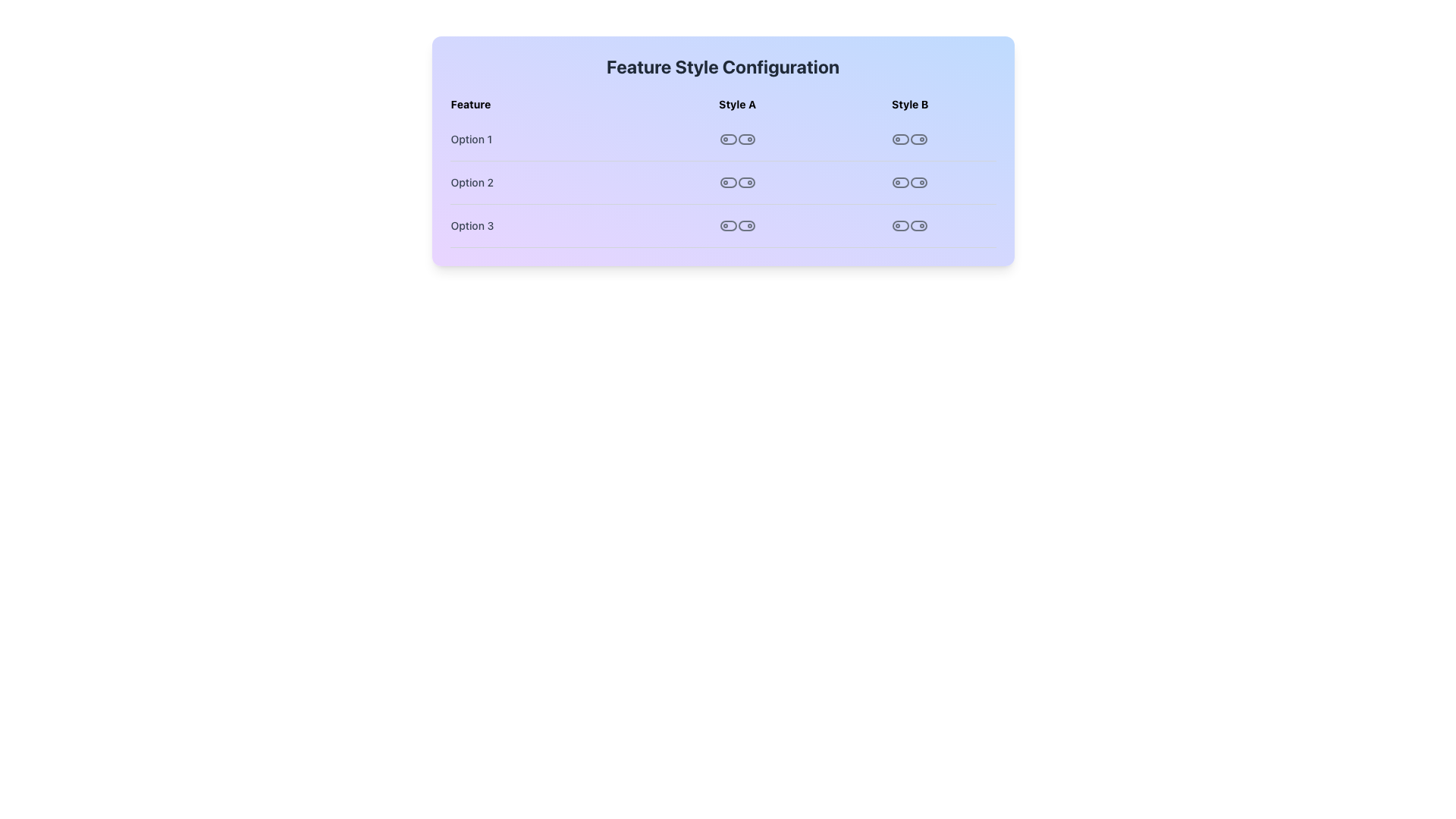 This screenshot has height=819, width=1456. Describe the element at coordinates (901, 140) in the screenshot. I see `the rounded rectangle with a light gray outline located near the right edge of the toggle switch group for 'Style B' in the first row of the 'Feature Style Configuration' table` at that location.